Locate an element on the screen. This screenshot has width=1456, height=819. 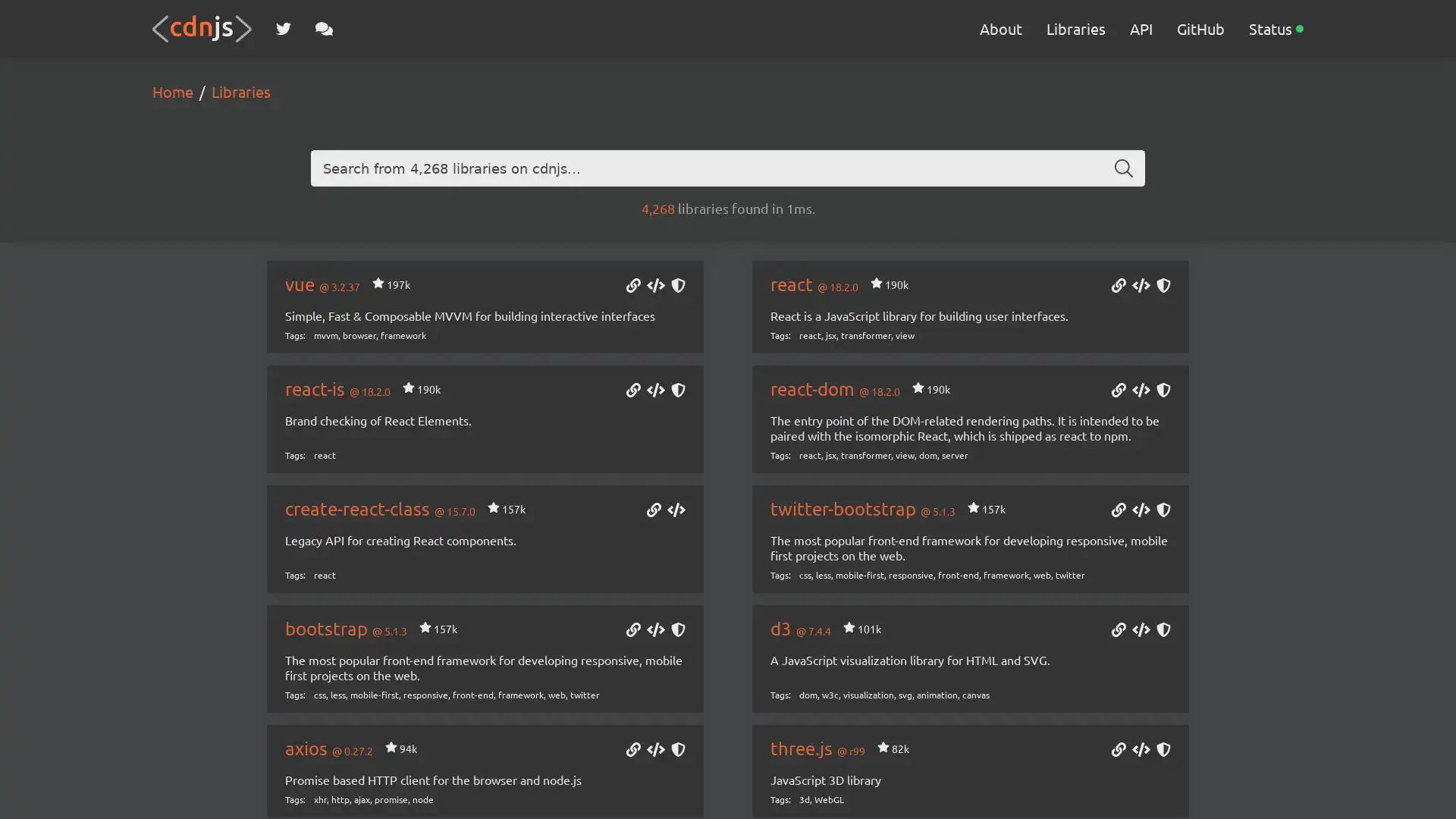
Copy Script Tag is located at coordinates (655, 631).